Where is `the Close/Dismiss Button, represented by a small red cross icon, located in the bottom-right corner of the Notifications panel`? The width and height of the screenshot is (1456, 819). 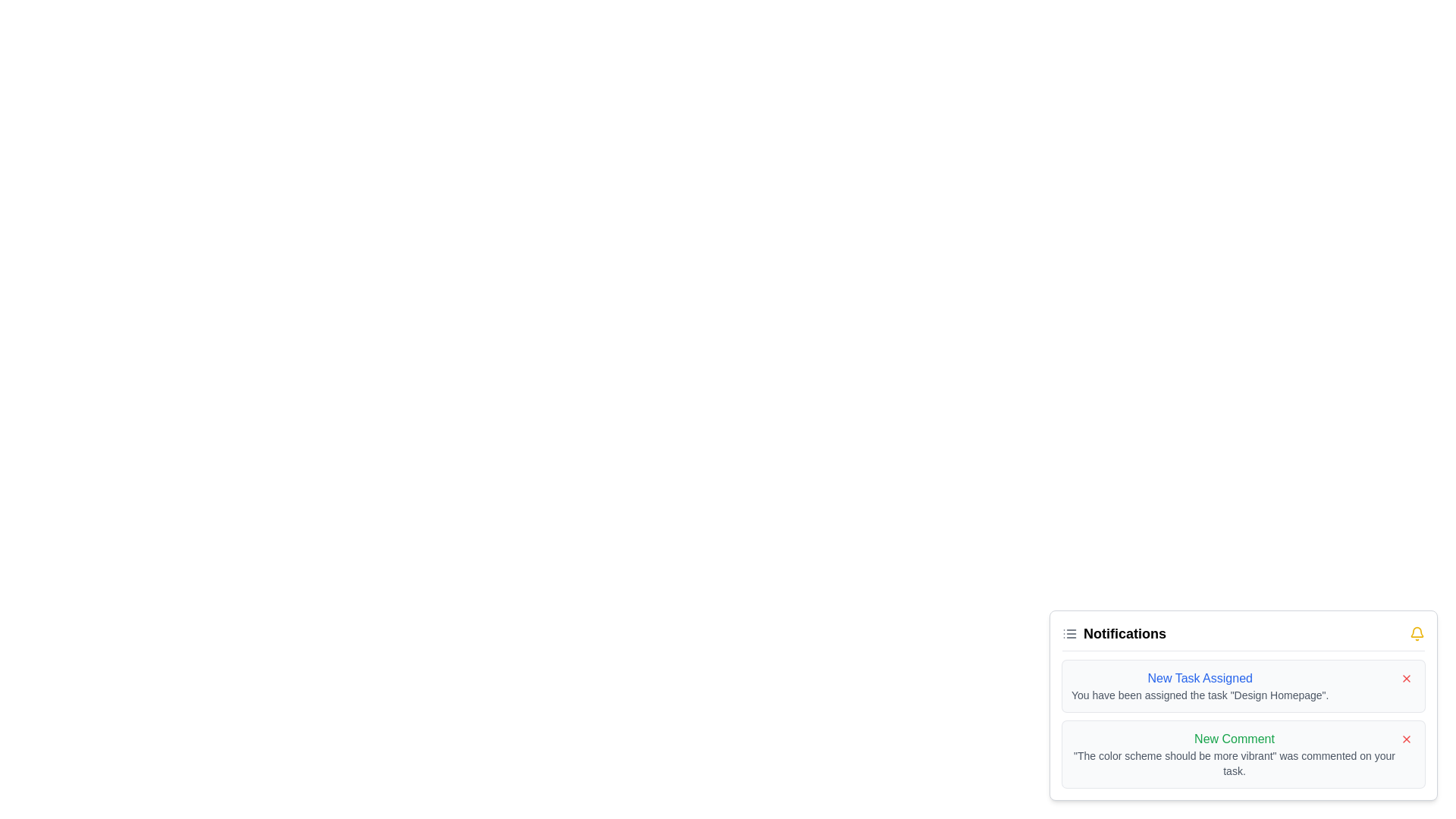
the Close/Dismiss Button, represented by a small red cross icon, located in the bottom-right corner of the Notifications panel is located at coordinates (1405, 739).